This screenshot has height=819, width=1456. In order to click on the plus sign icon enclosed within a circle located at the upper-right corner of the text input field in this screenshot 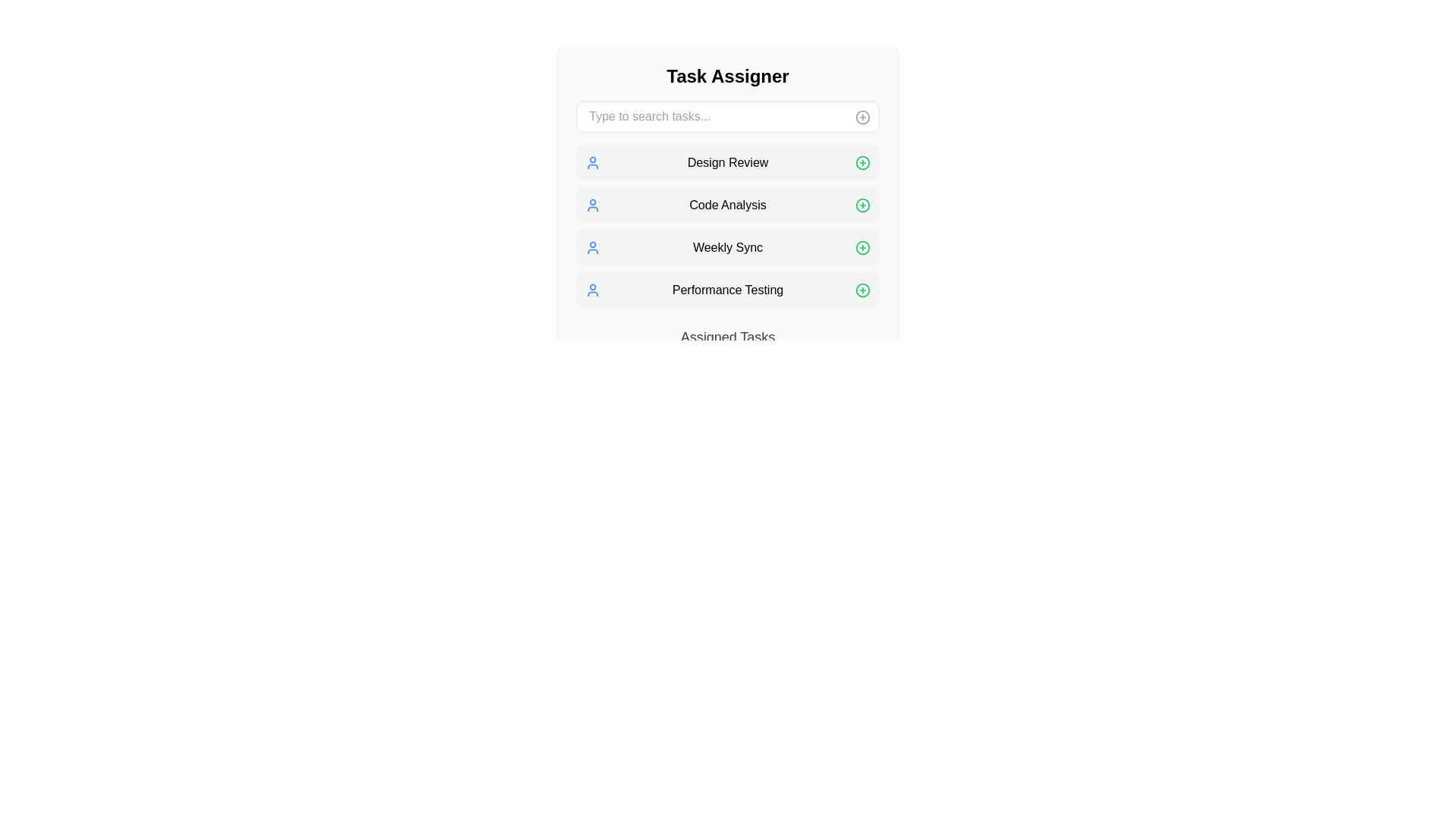, I will do `click(862, 116)`.